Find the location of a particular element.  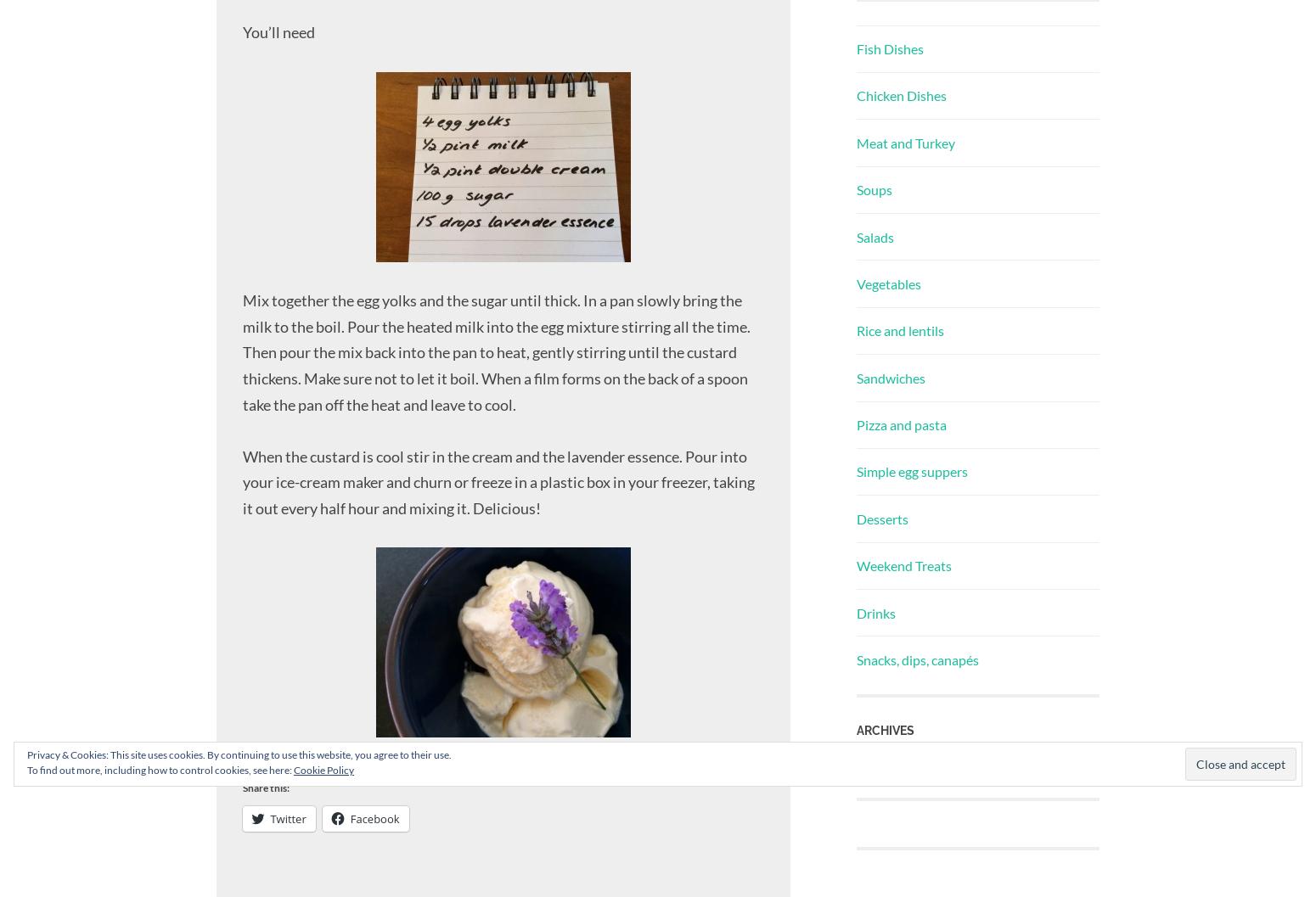

'Snacks, dips, canapés' is located at coordinates (917, 659).